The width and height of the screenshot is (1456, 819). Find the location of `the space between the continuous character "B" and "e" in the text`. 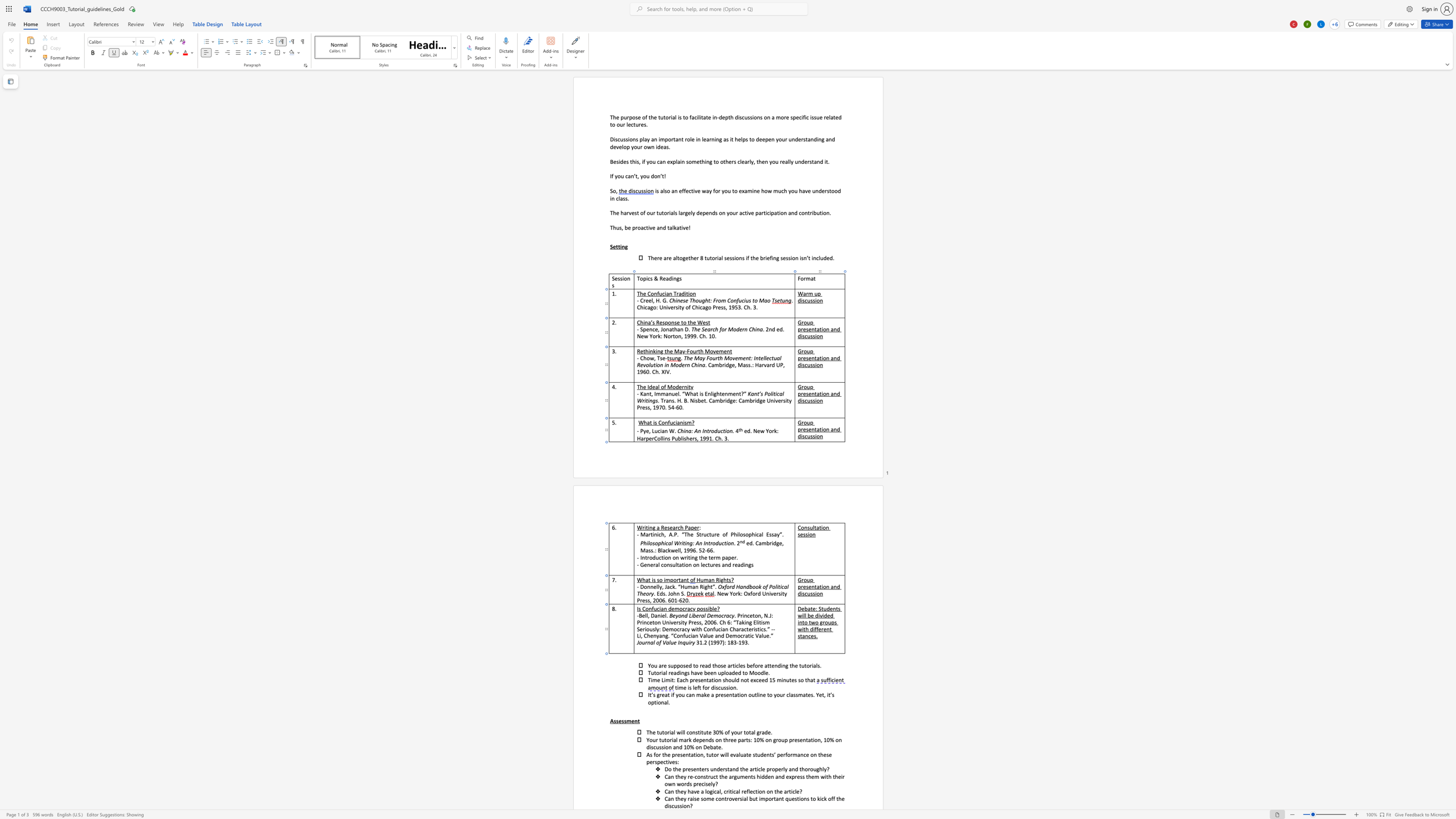

the space between the continuous character "B" and "e" in the text is located at coordinates (641, 615).